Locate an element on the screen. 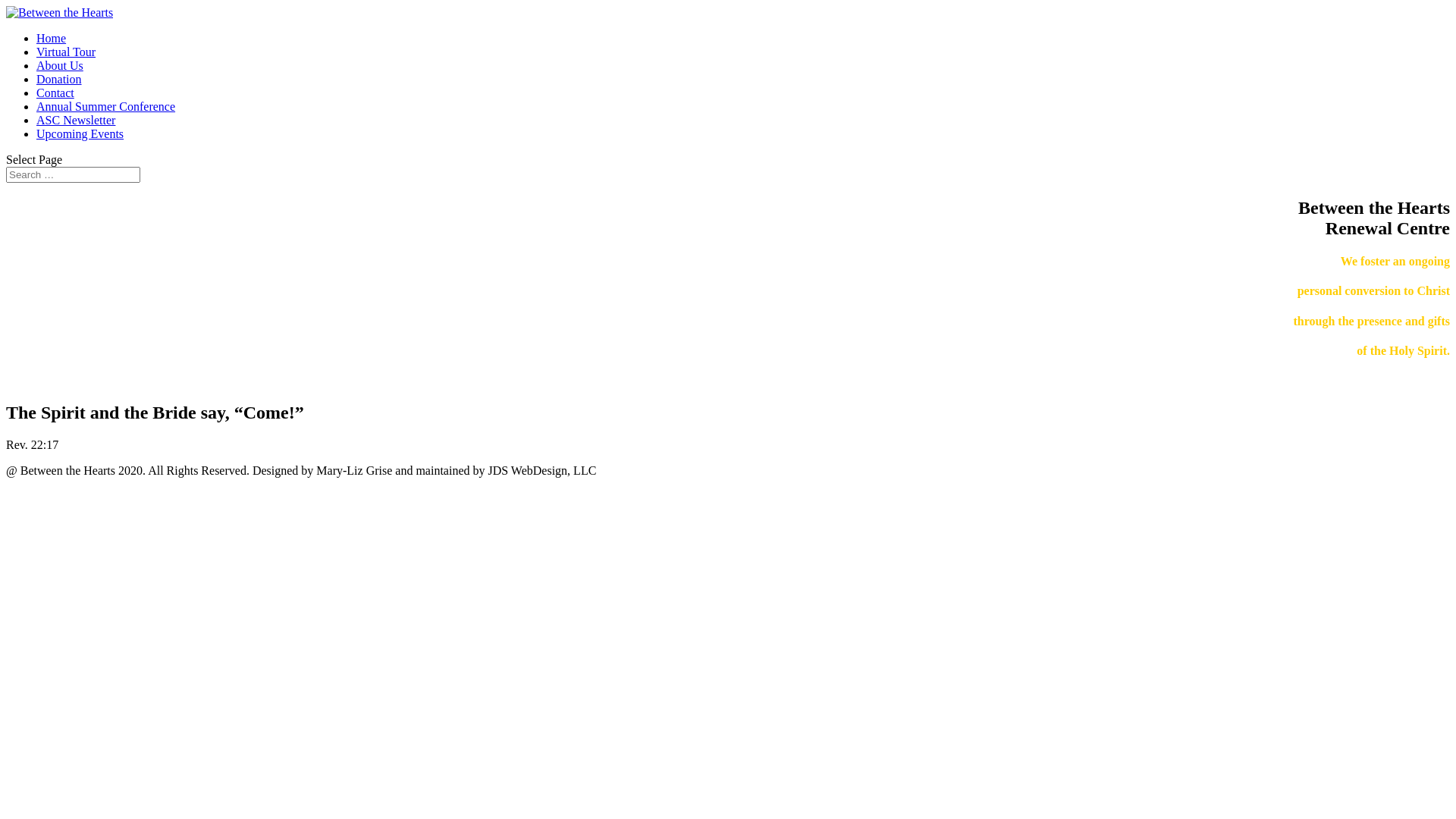 The image size is (1456, 819). 'Contact' is located at coordinates (55, 93).